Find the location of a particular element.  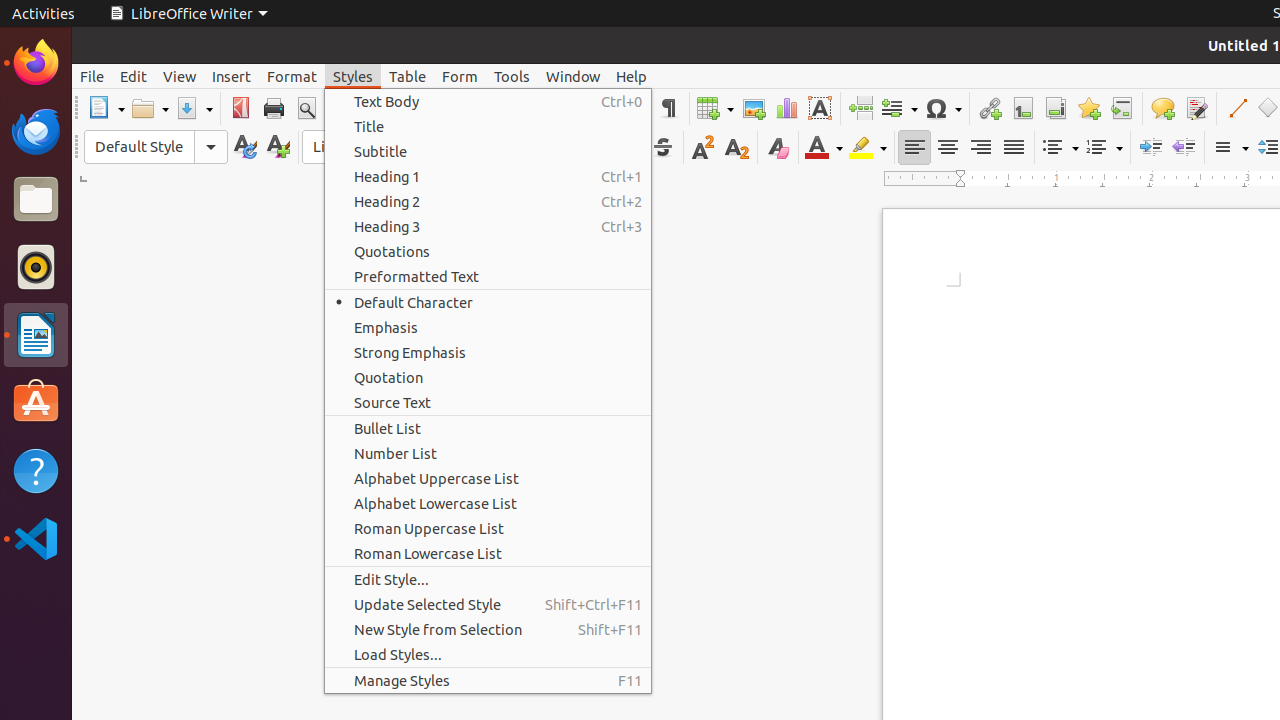

'Text Body' is located at coordinates (487, 101).